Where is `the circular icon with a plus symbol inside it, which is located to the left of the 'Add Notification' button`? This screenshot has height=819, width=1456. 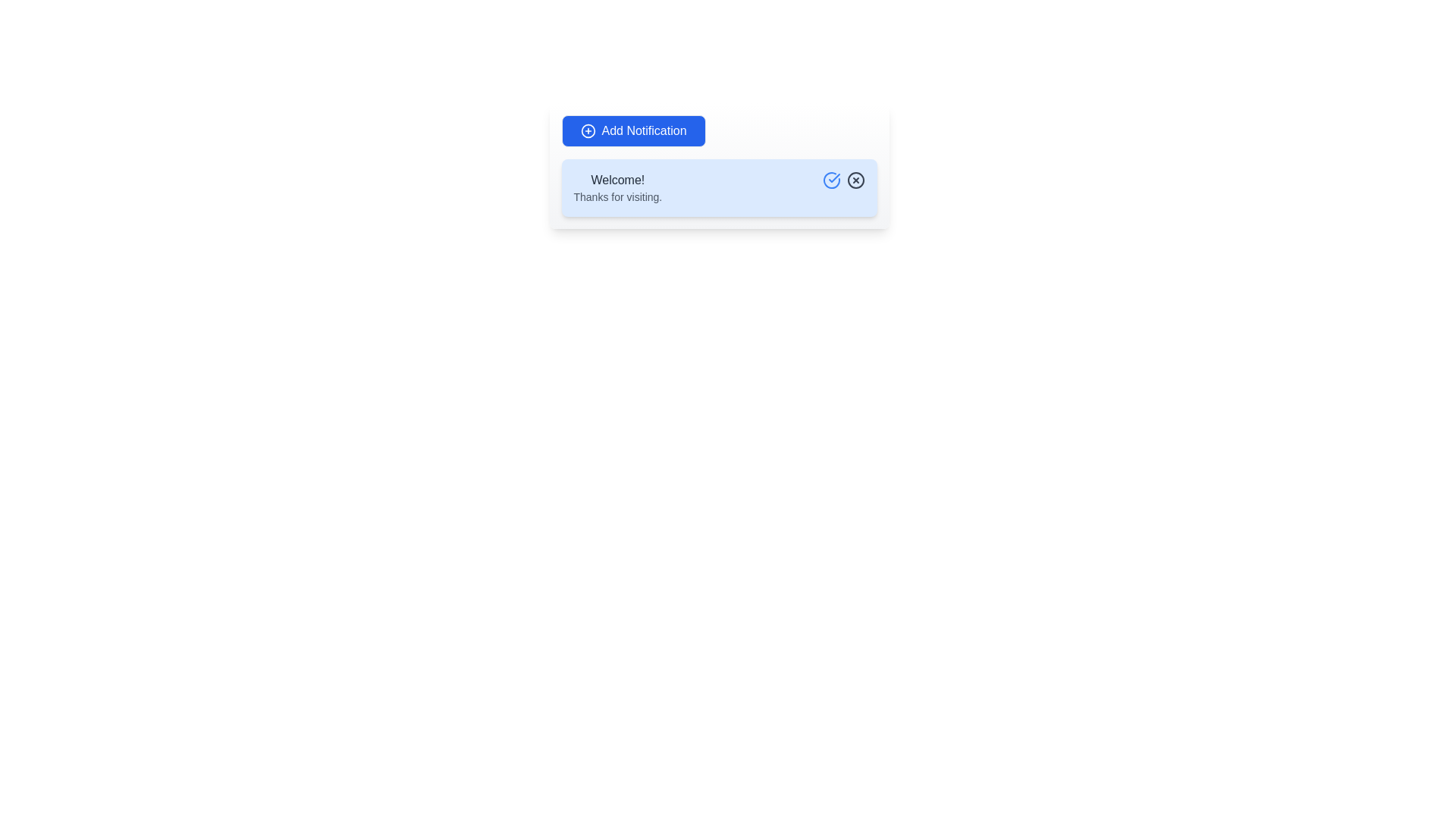
the circular icon with a plus symbol inside it, which is located to the left of the 'Add Notification' button is located at coordinates (587, 130).